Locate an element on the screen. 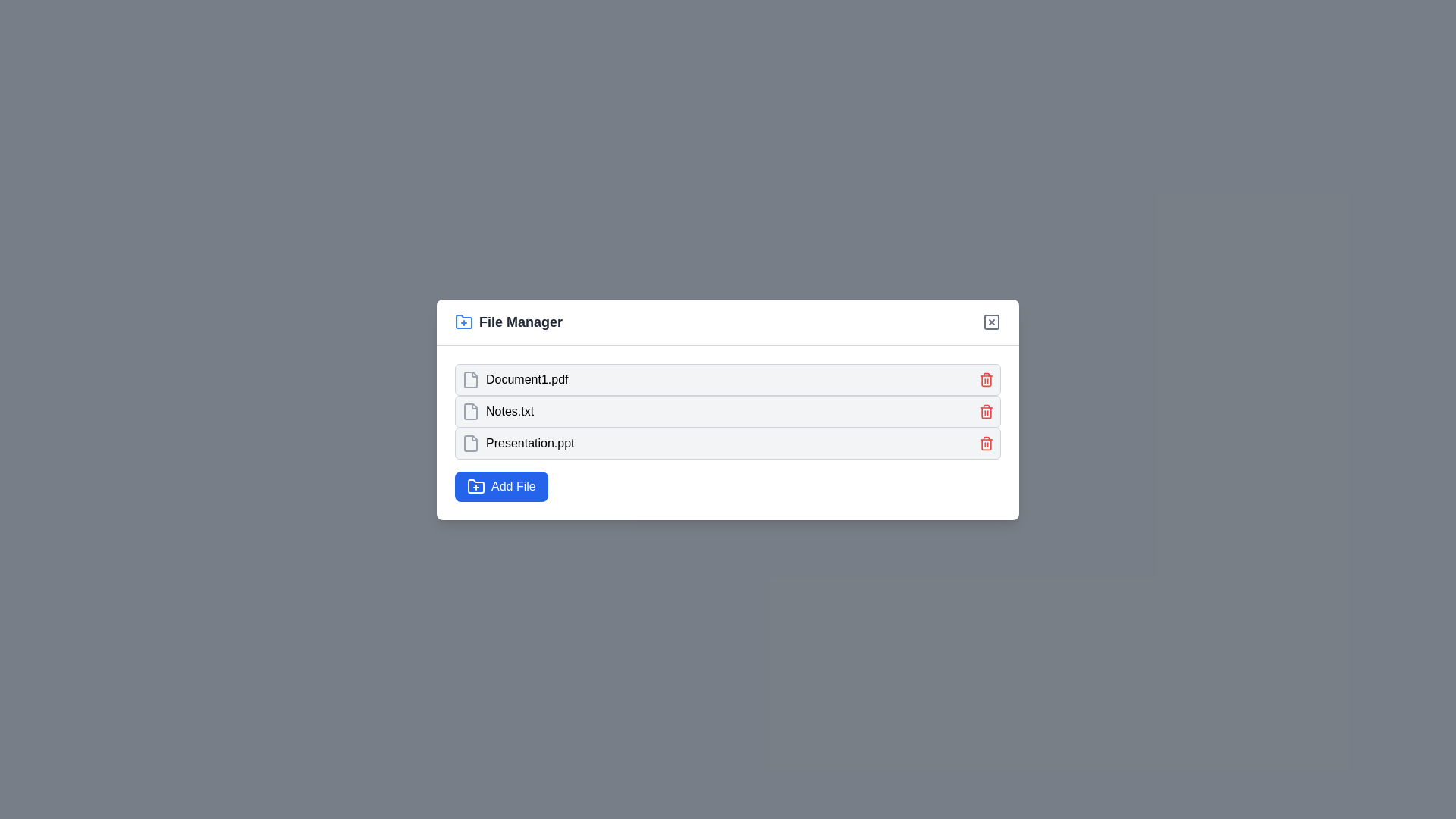  the trash bin icon for the file 'Presentation.ppt', located in the third row of the file list, which serves as a visual representation for deleting the corresponding file is located at coordinates (986, 444).